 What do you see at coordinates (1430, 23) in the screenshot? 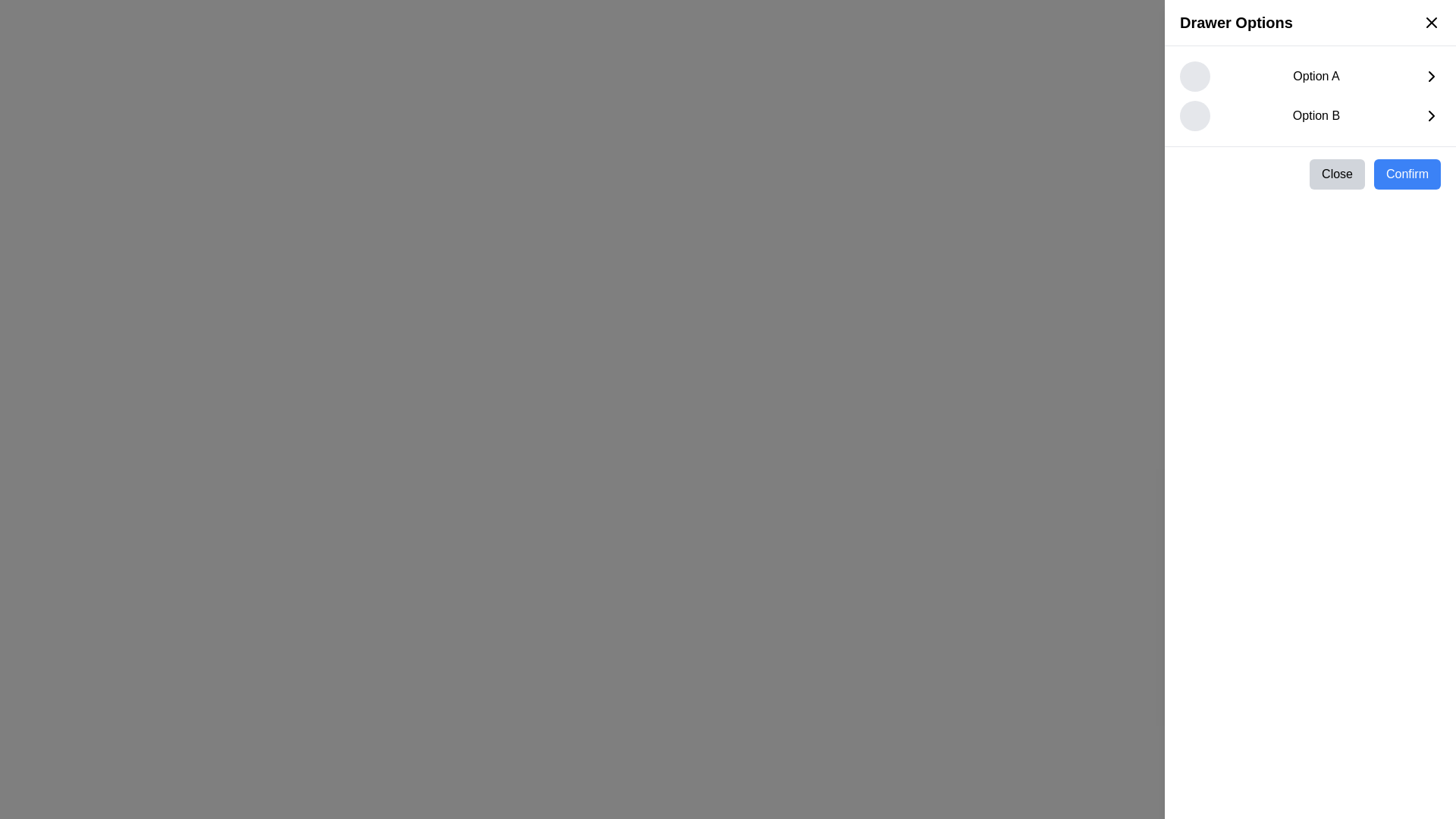
I see `the cross-shaped button at the top-right corner of the Drawer Options header` at bounding box center [1430, 23].